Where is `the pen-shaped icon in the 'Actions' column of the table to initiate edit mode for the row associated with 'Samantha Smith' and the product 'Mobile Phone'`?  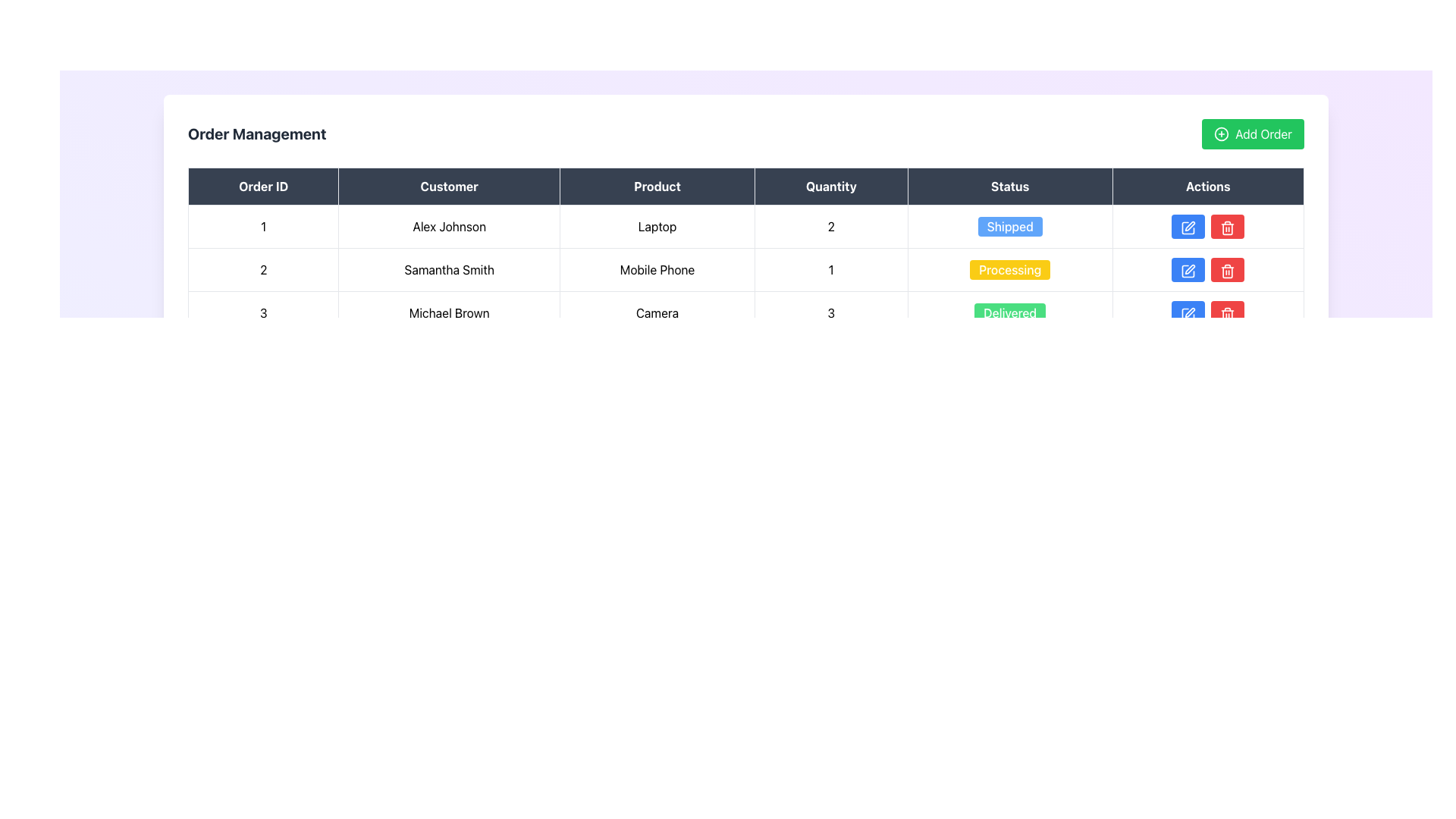
the pen-shaped icon in the 'Actions' column of the table to initiate edit mode for the row associated with 'Samantha Smith' and the product 'Mobile Phone' is located at coordinates (1189, 226).